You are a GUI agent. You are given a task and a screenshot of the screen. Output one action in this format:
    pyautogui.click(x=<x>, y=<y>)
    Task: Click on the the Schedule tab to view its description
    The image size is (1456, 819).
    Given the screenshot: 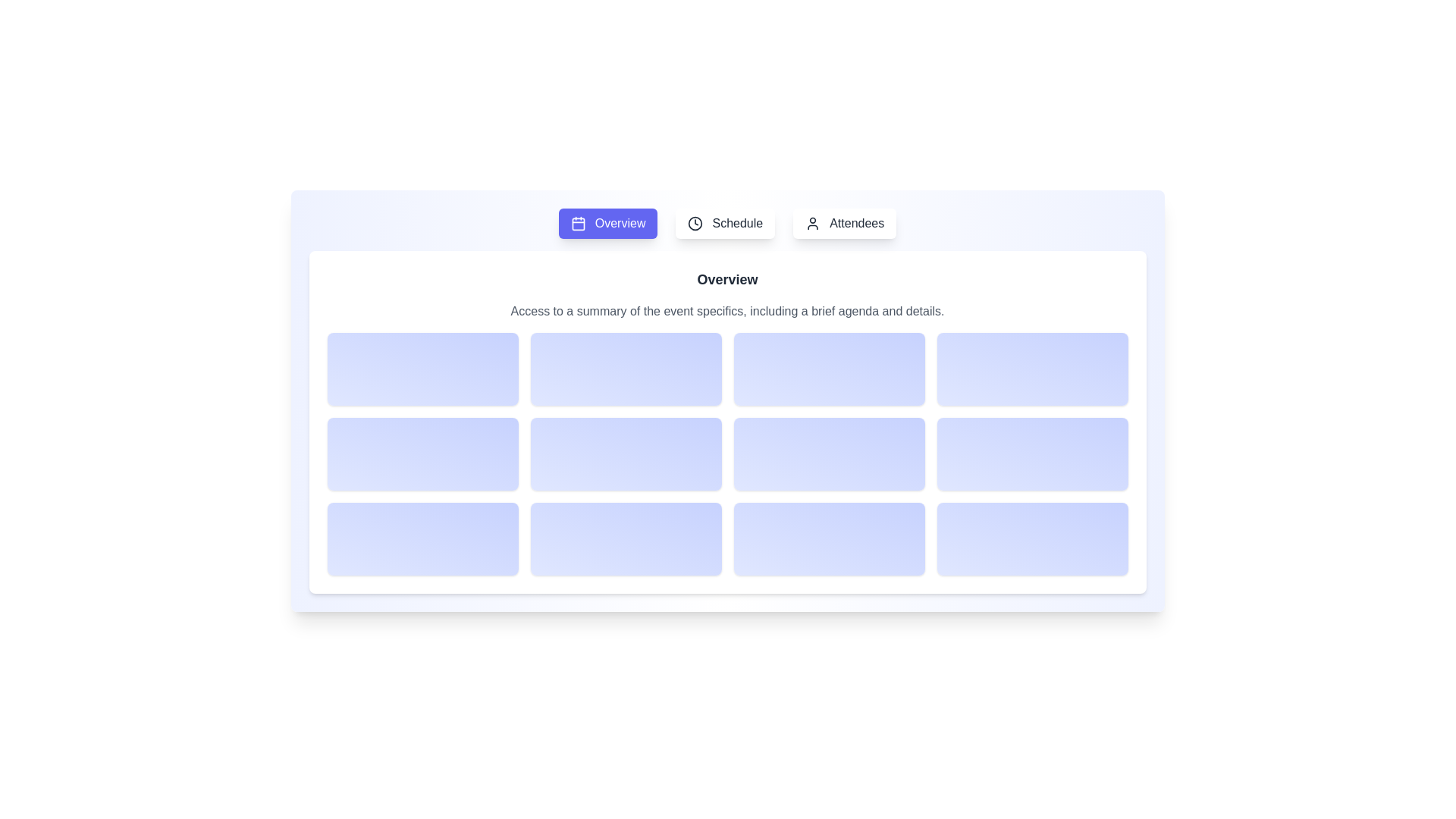 What is the action you would take?
    pyautogui.click(x=723, y=223)
    